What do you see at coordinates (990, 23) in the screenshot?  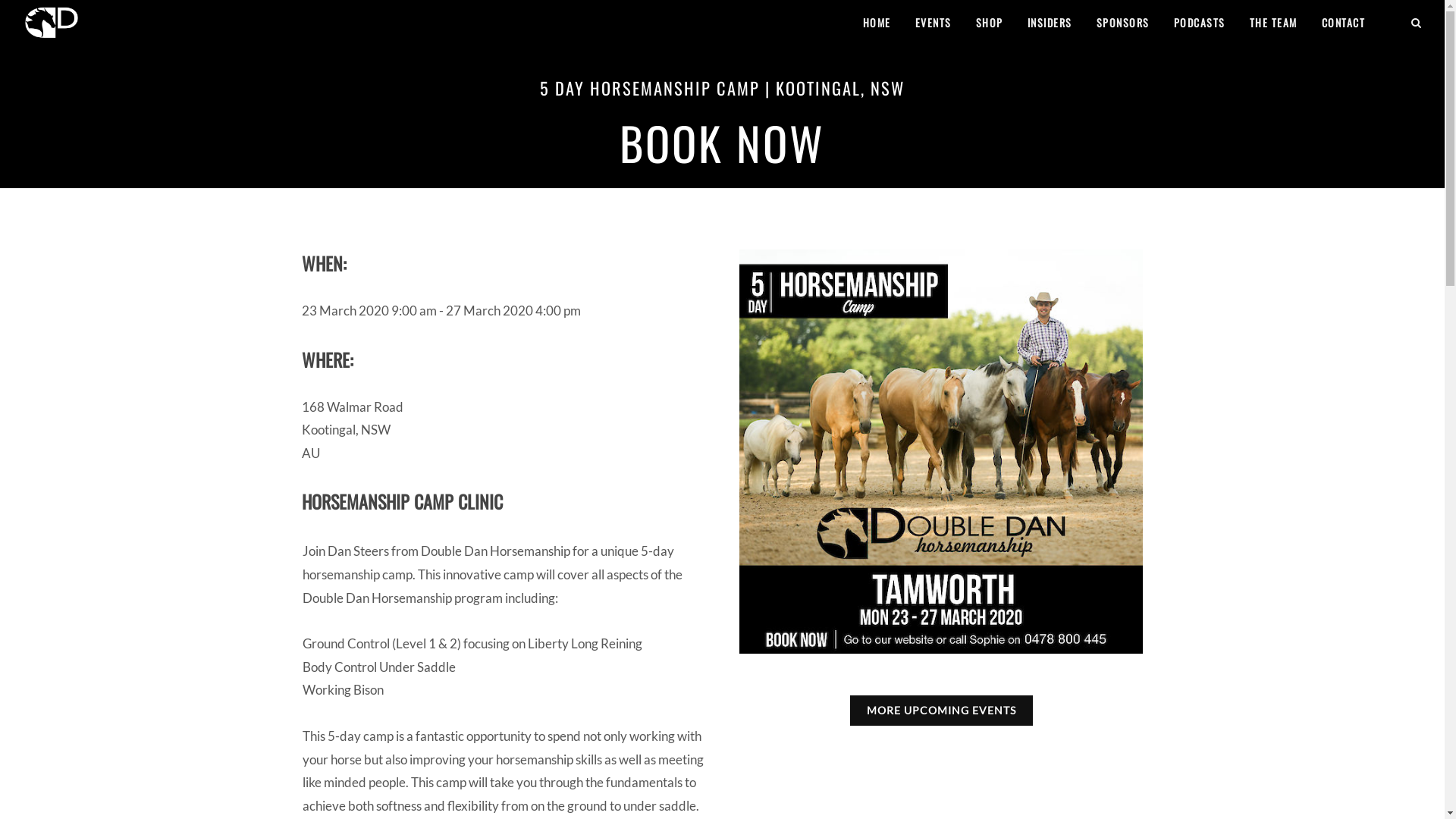 I see `'SHOP'` at bounding box center [990, 23].